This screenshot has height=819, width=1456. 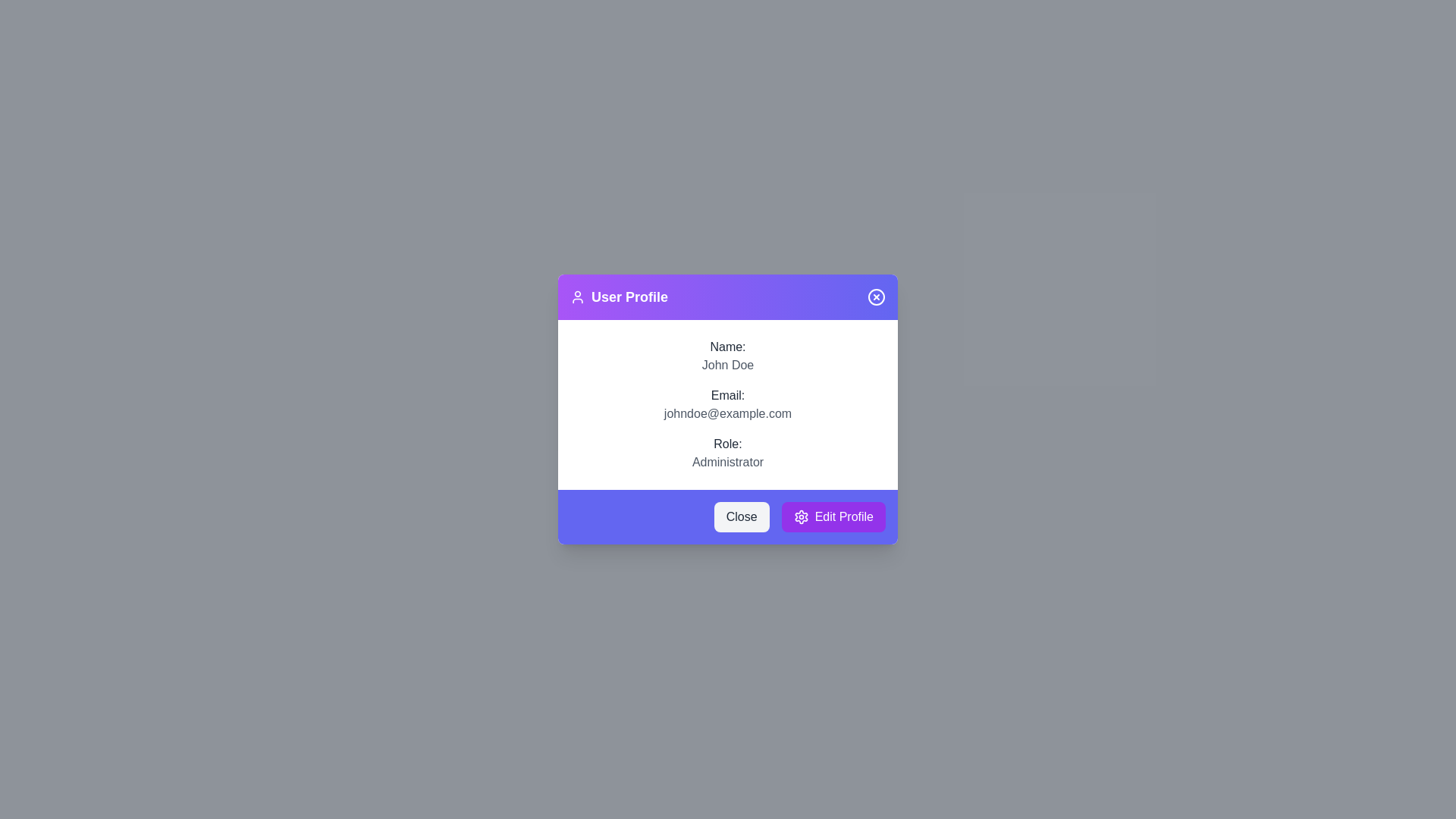 What do you see at coordinates (728, 347) in the screenshot?
I see `the static text label that displays 'Name:' in bold dark gray font, located at the top of the user details section above the user's name 'John Doe'` at bounding box center [728, 347].